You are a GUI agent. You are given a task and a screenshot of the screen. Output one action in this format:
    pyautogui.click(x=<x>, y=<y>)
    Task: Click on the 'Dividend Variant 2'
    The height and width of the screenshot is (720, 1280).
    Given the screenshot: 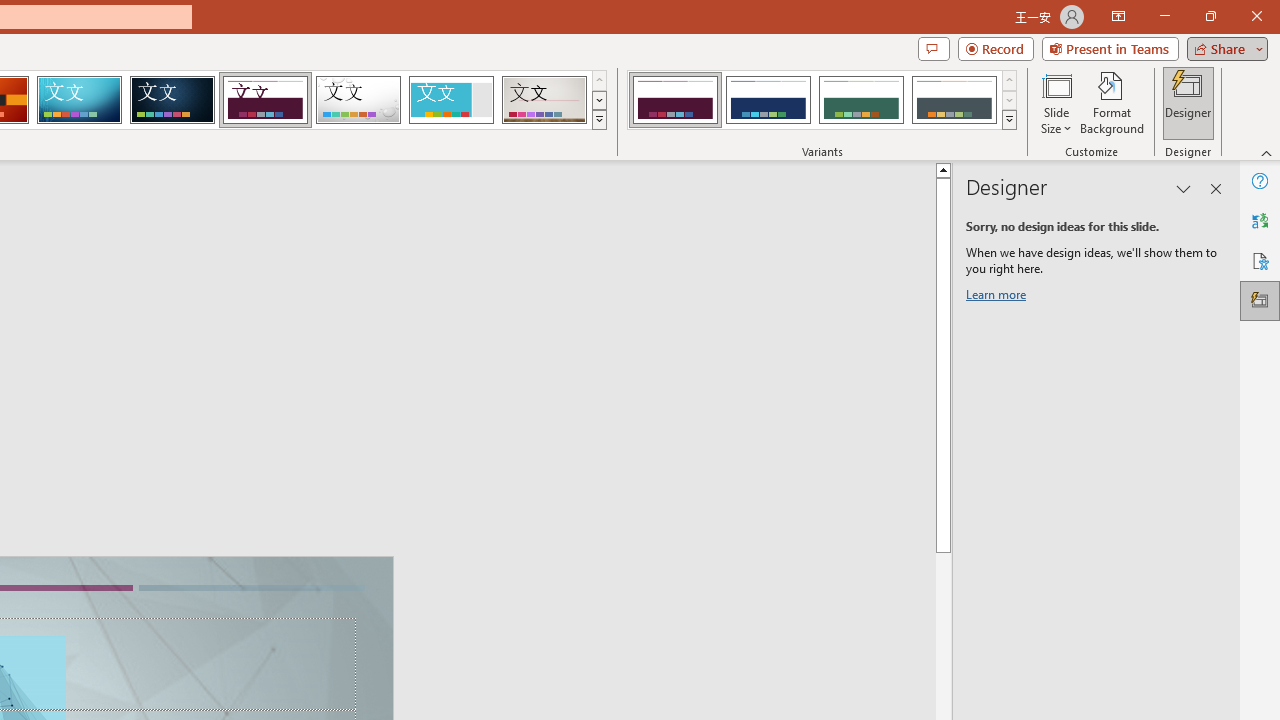 What is the action you would take?
    pyautogui.click(x=767, y=100)
    